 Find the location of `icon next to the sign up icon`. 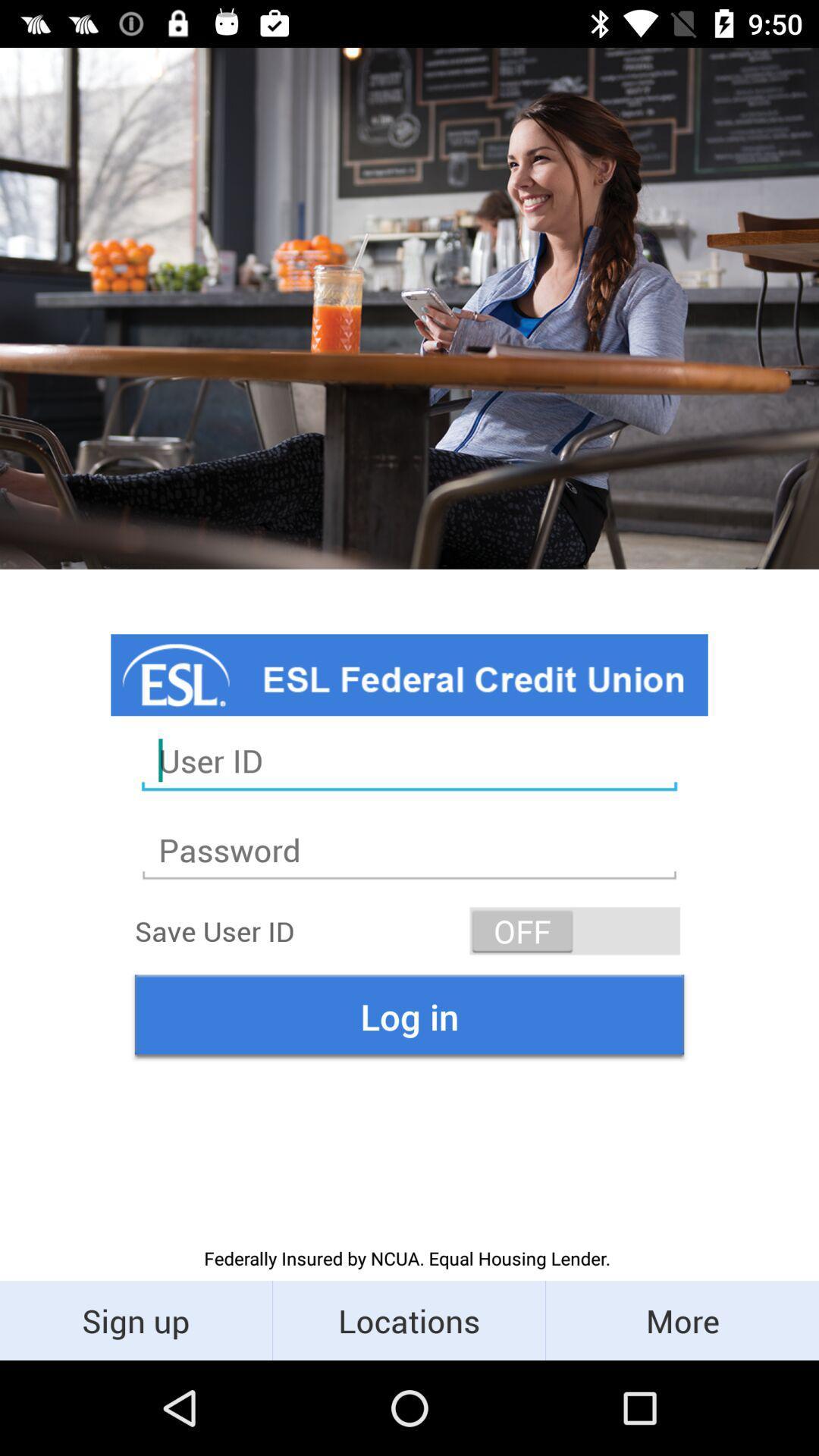

icon next to the sign up icon is located at coordinates (408, 1319).